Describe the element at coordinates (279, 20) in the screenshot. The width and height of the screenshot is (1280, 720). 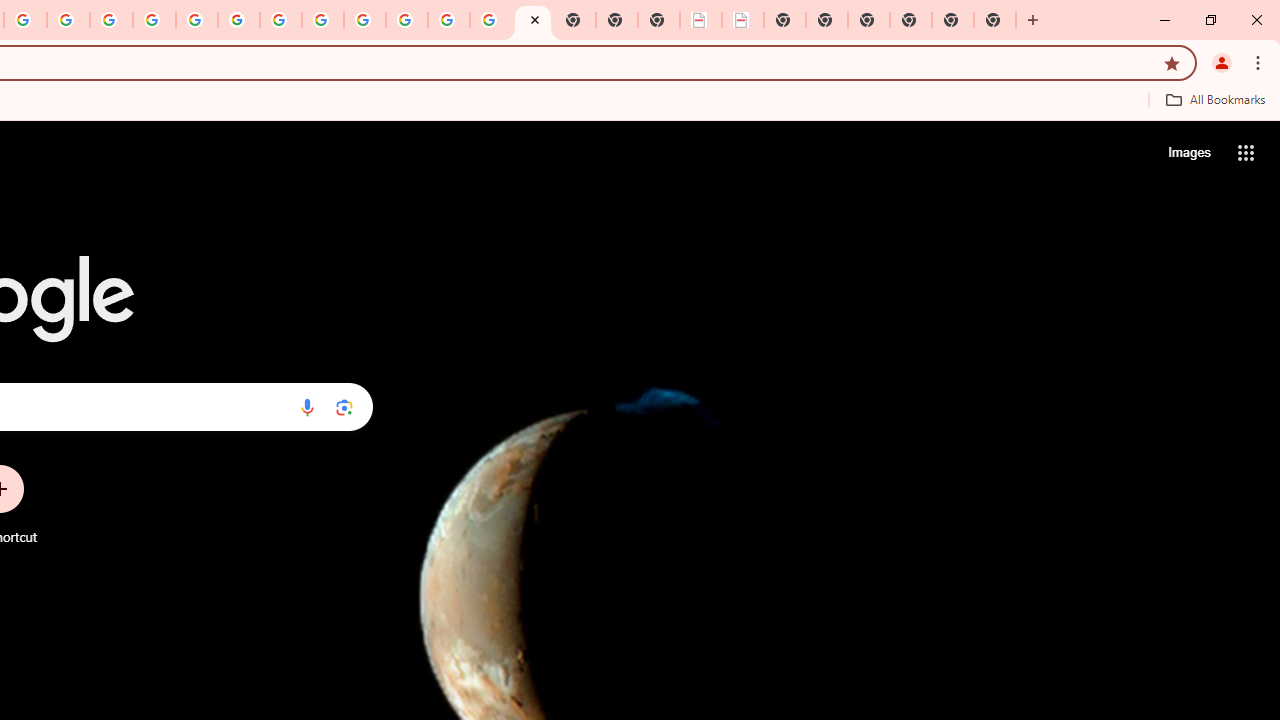
I see `'YouTube'` at that location.